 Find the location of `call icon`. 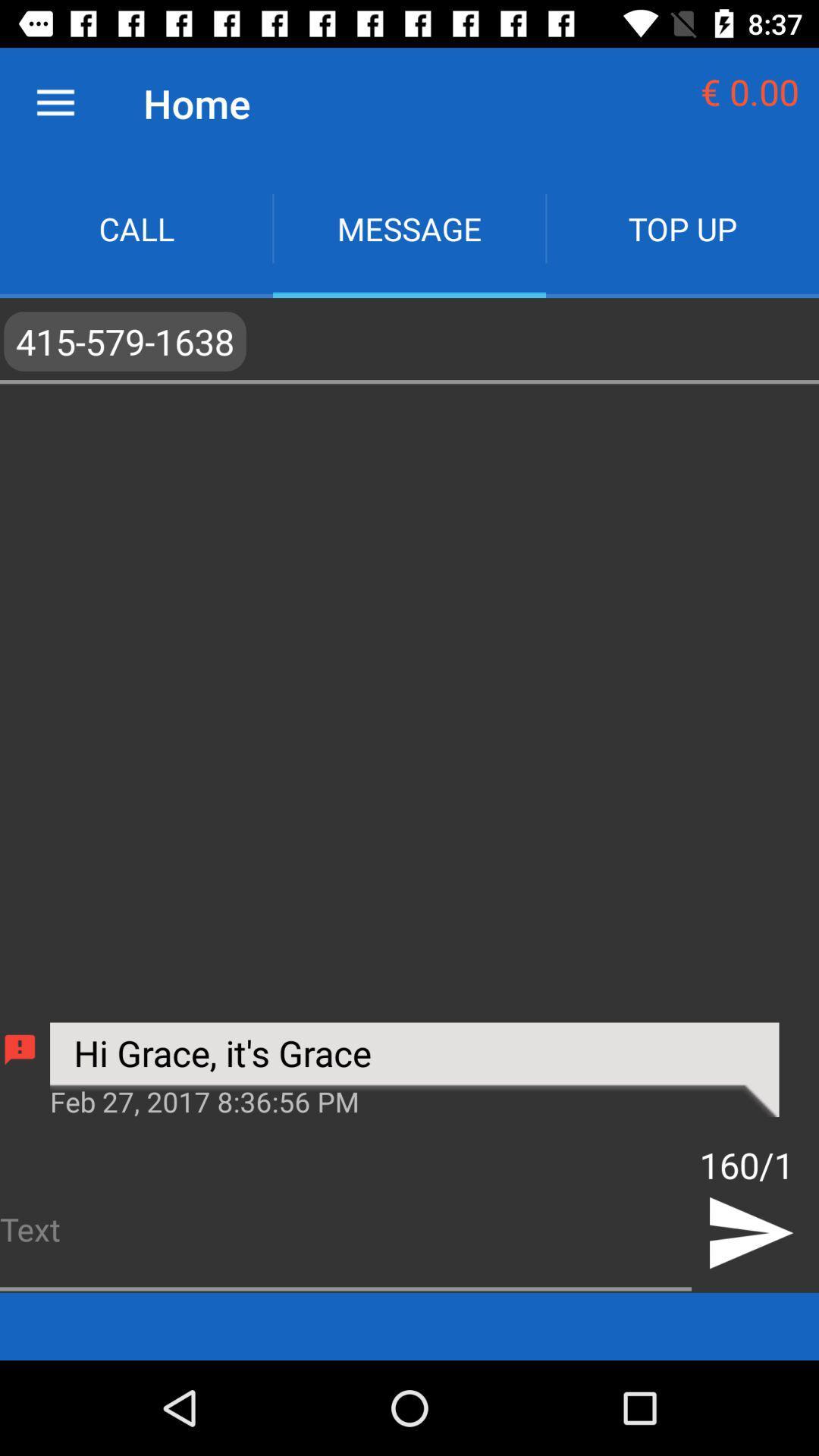

call icon is located at coordinates (136, 227).